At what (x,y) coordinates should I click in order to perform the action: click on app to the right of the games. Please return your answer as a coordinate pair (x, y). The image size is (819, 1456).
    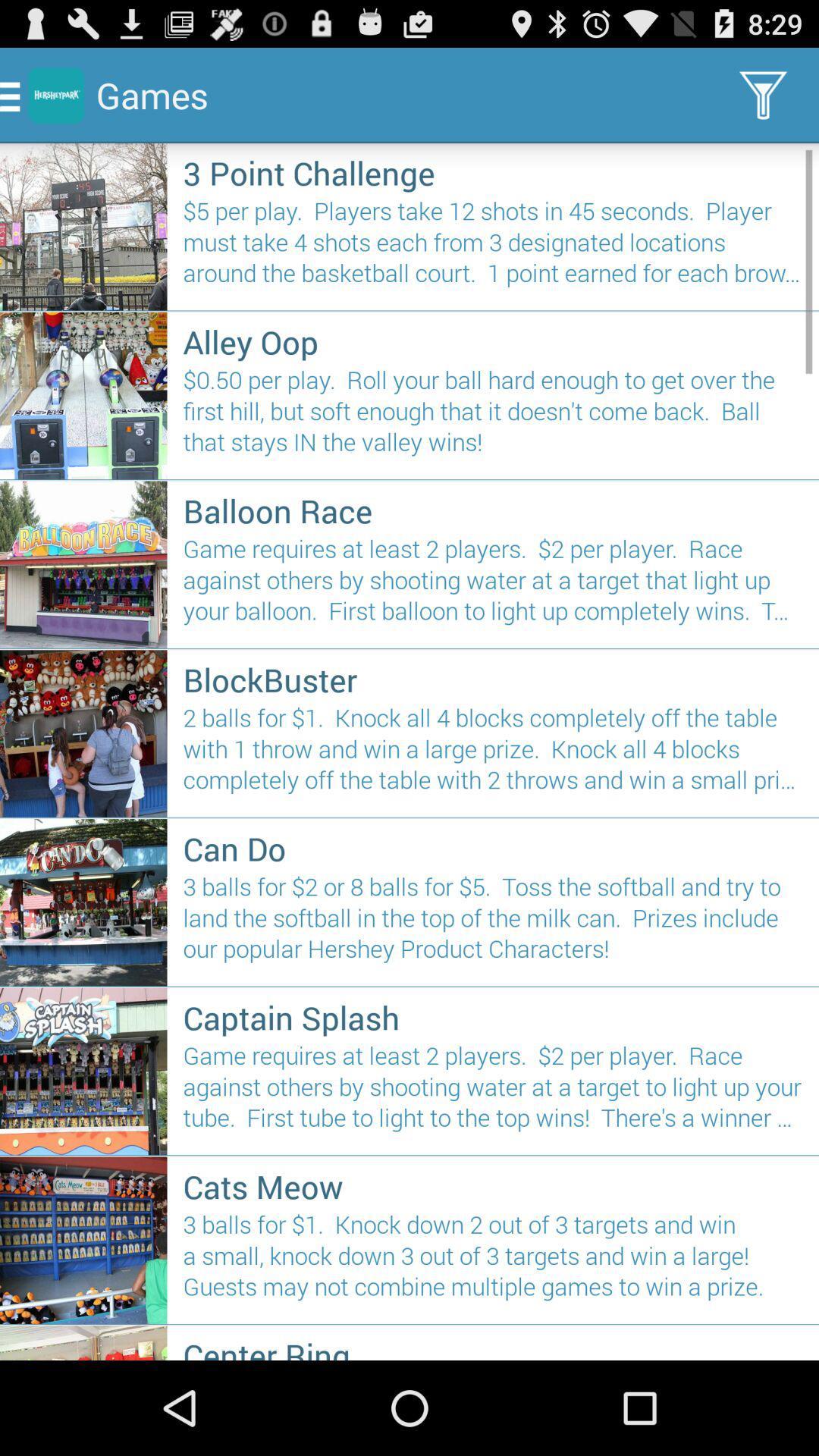
    Looking at the image, I should click on (763, 94).